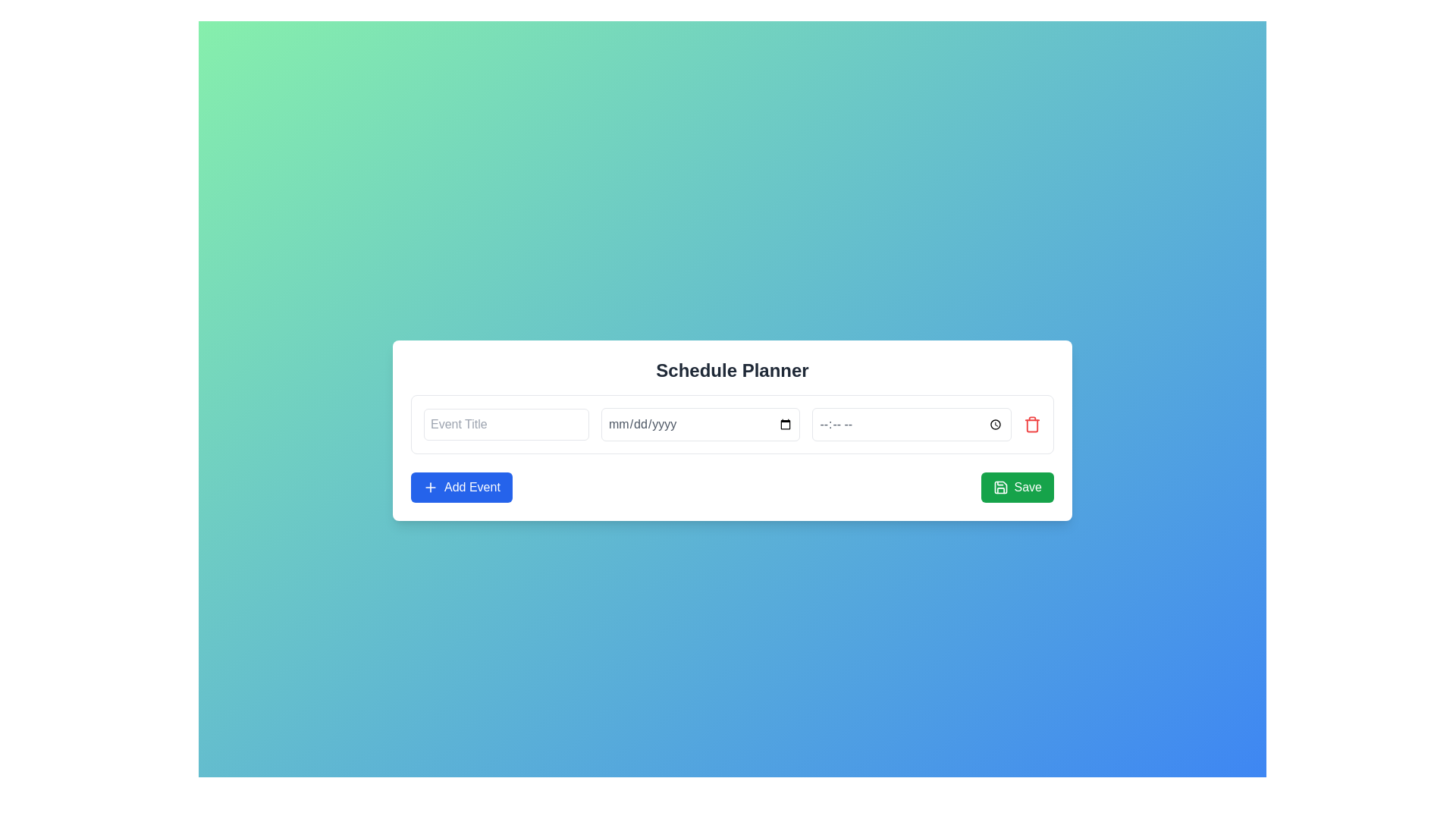  What do you see at coordinates (429, 488) in the screenshot?
I see `plus sign icon located within the blue button to the left of the 'Add Event' text` at bounding box center [429, 488].